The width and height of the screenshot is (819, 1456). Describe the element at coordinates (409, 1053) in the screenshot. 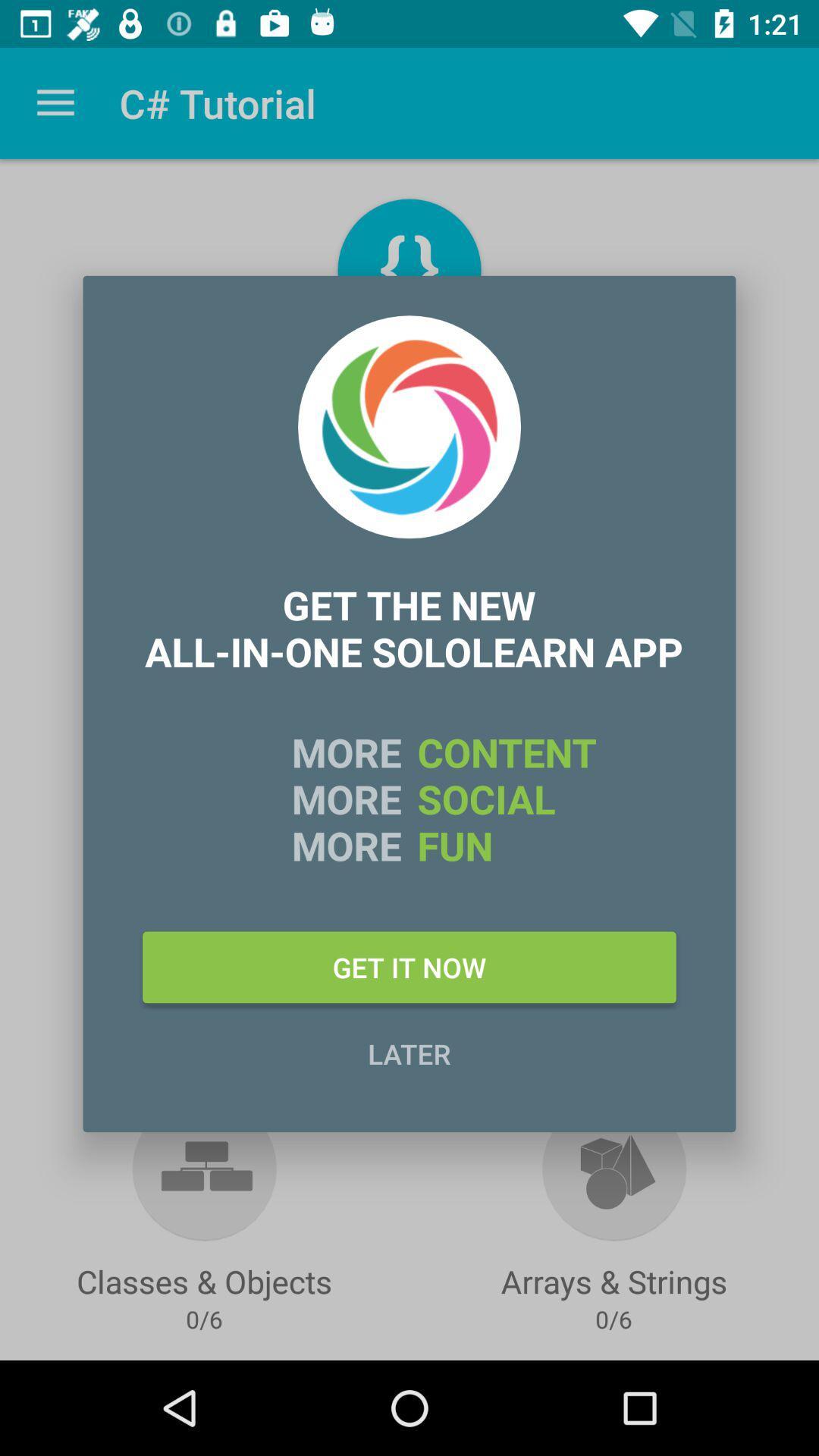

I see `later item` at that location.